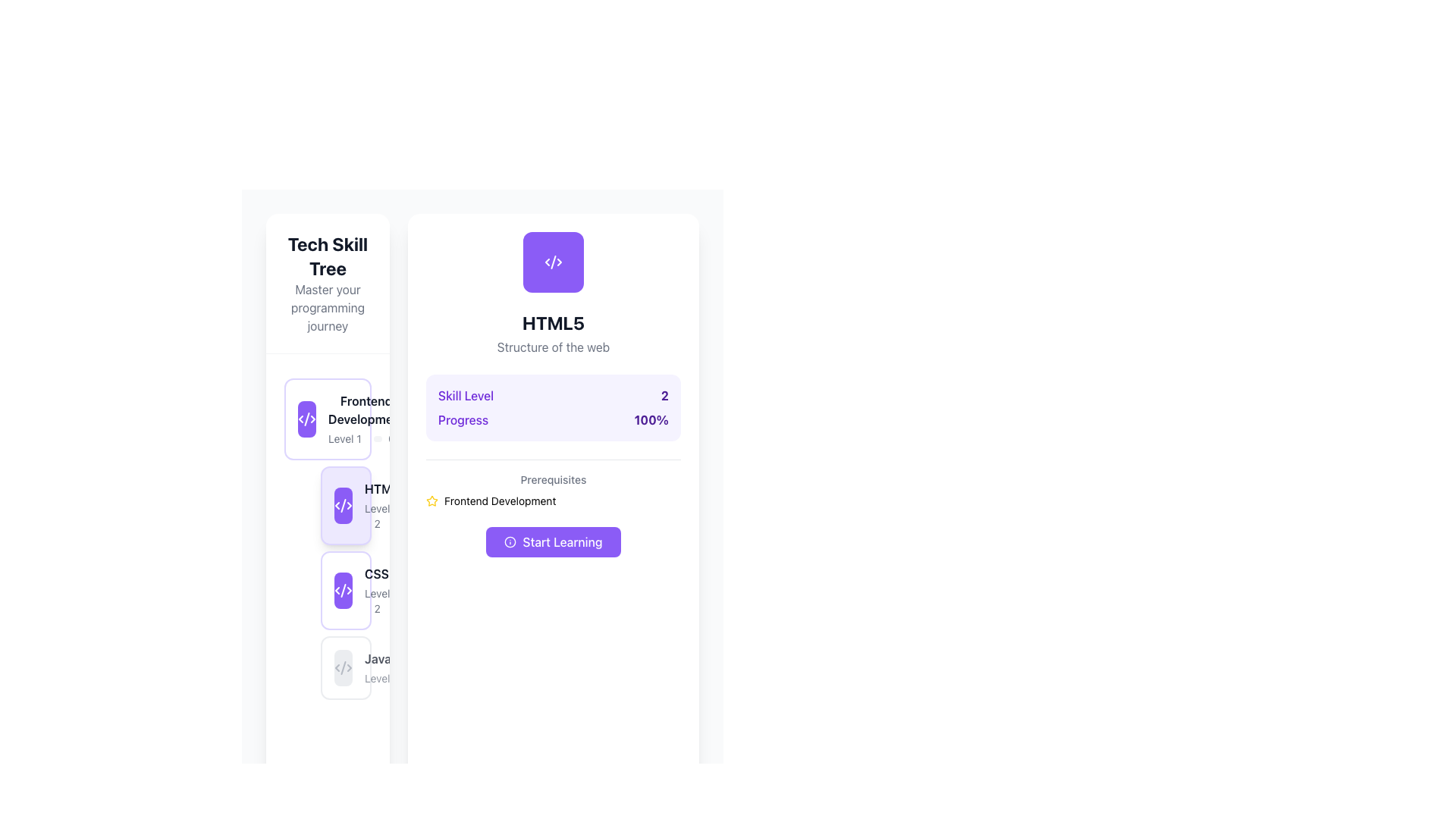  I want to click on the decorative SVG icon that visually represents code or programming, located within the rounded rectangle of the JavaScript skill card in the bottom-most position of the left-hand panel, so click(342, 667).